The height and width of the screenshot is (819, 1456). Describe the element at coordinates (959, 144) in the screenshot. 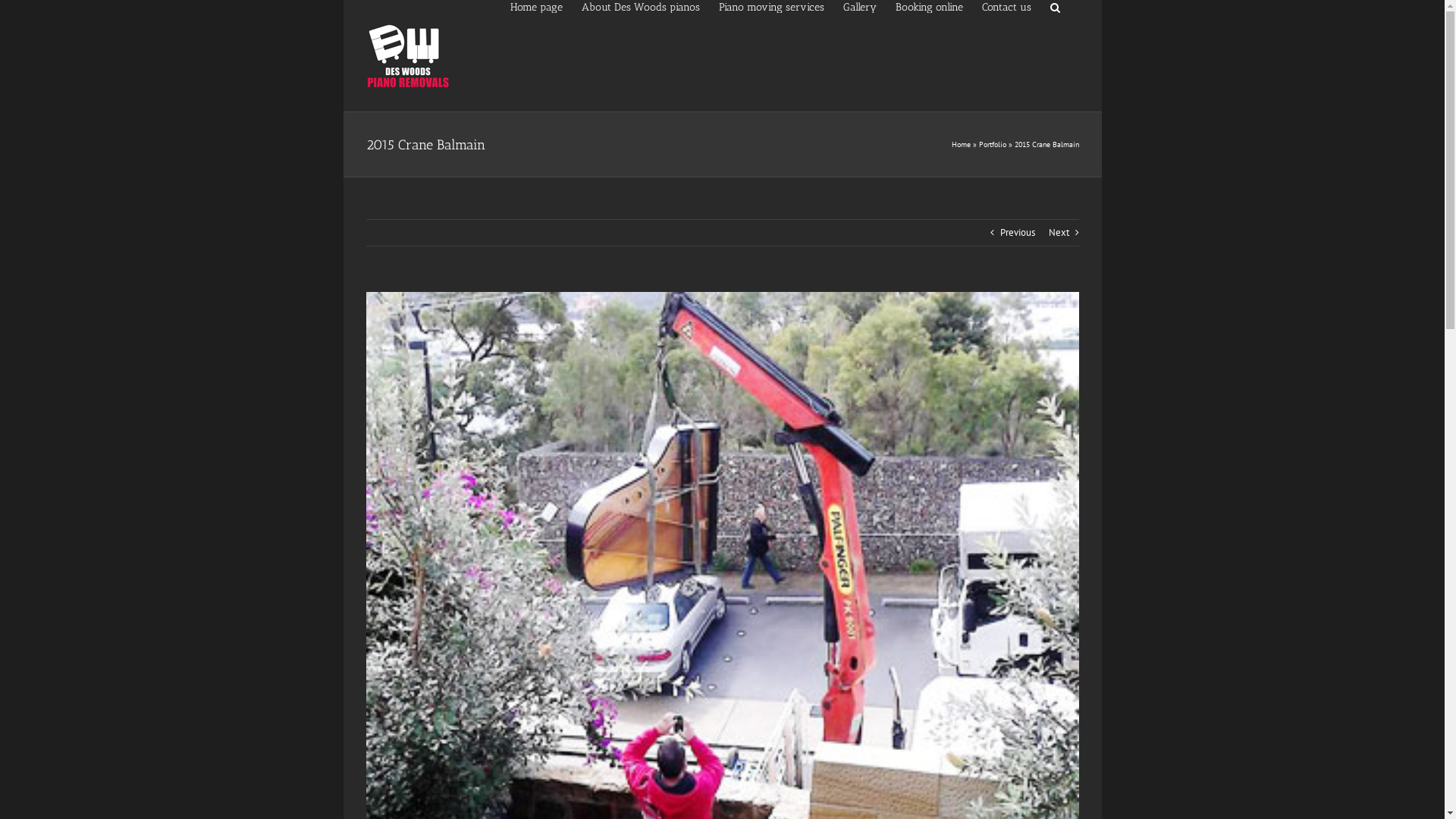

I see `'Home'` at that location.